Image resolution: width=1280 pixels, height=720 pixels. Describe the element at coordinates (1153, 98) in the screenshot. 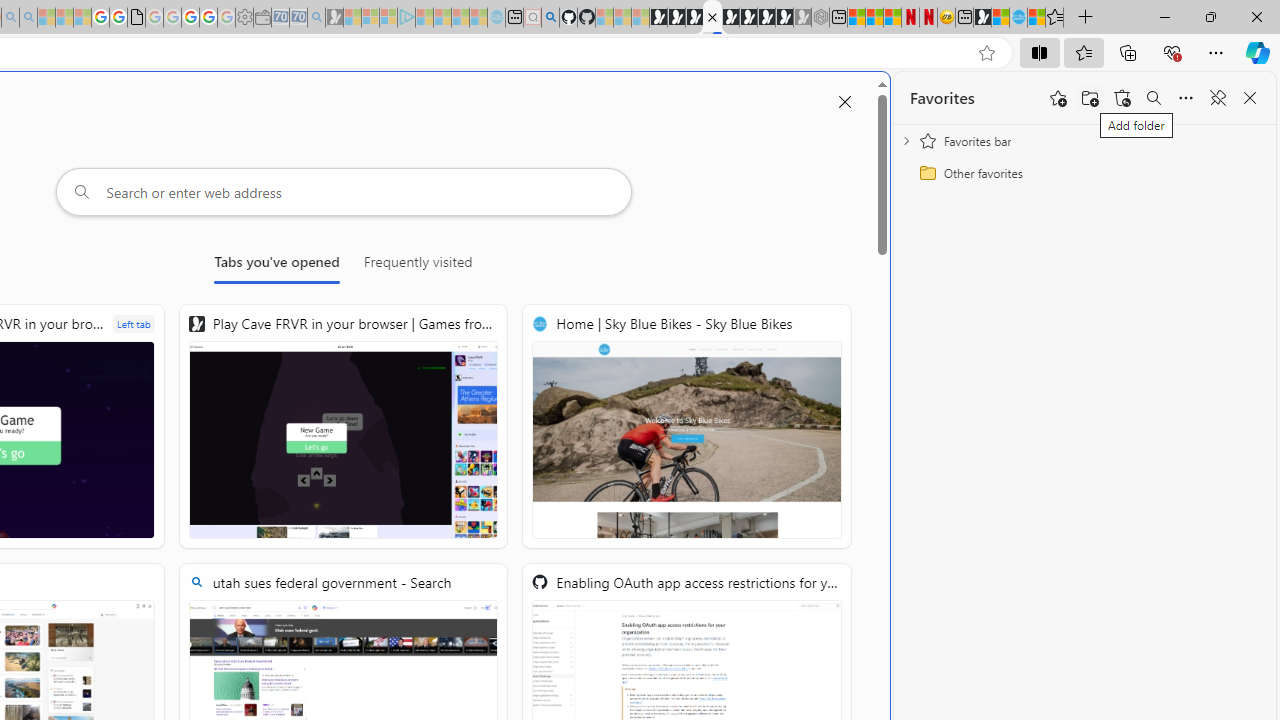

I see `'Search favorites'` at that location.